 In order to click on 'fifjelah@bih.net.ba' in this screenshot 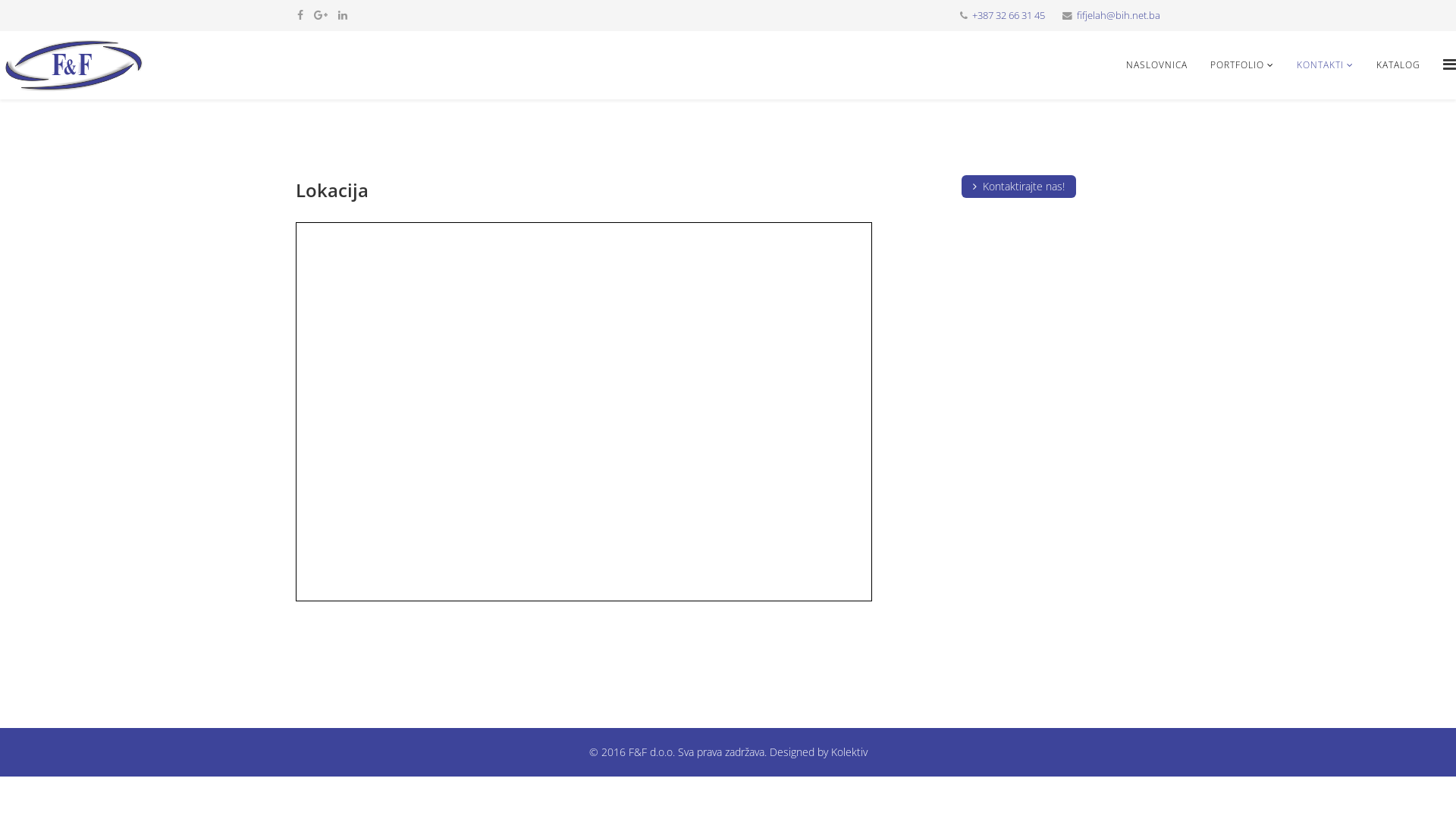, I will do `click(1118, 15)`.